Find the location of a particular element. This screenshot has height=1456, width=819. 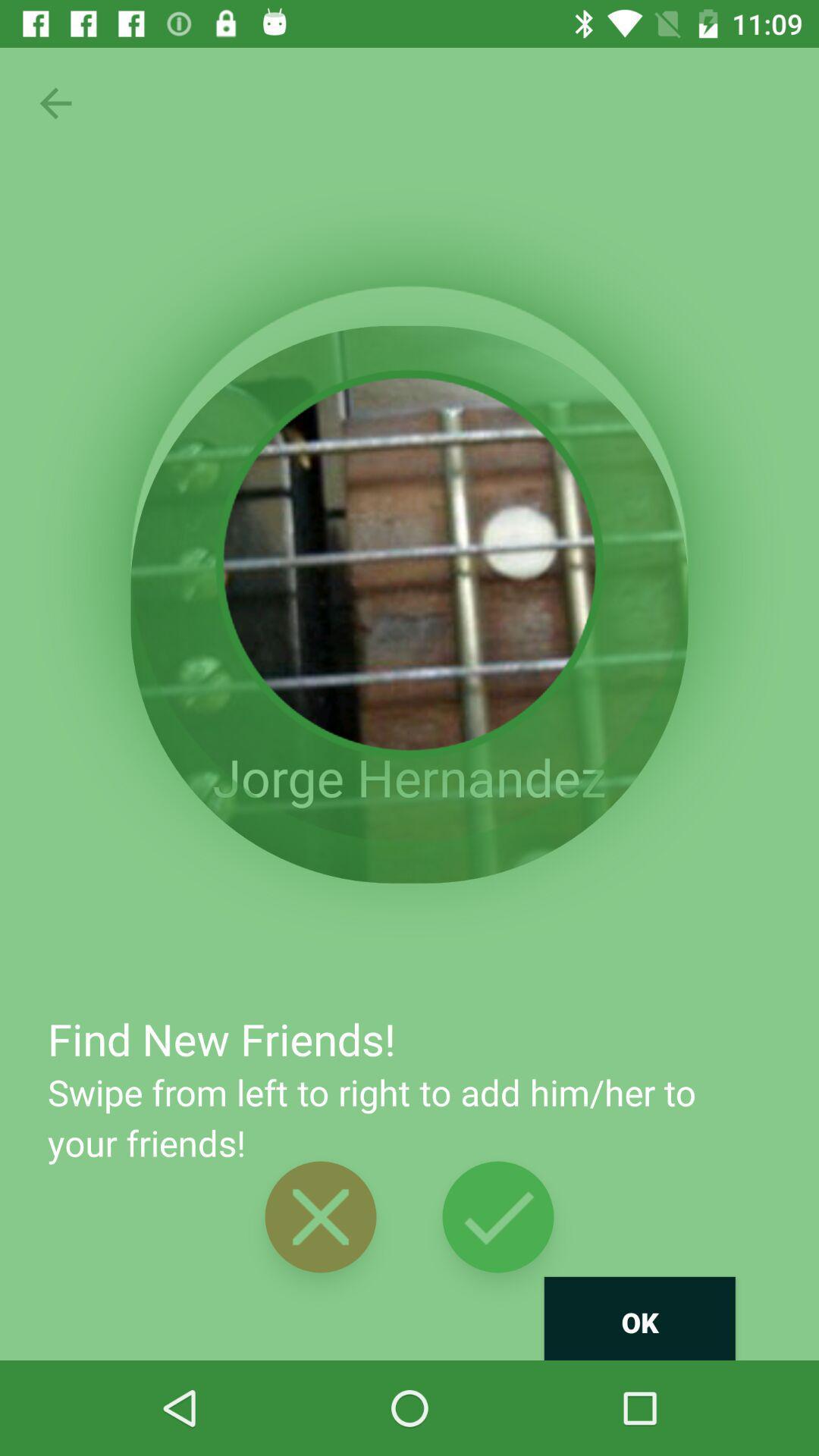

the right mark is located at coordinates (498, 1217).